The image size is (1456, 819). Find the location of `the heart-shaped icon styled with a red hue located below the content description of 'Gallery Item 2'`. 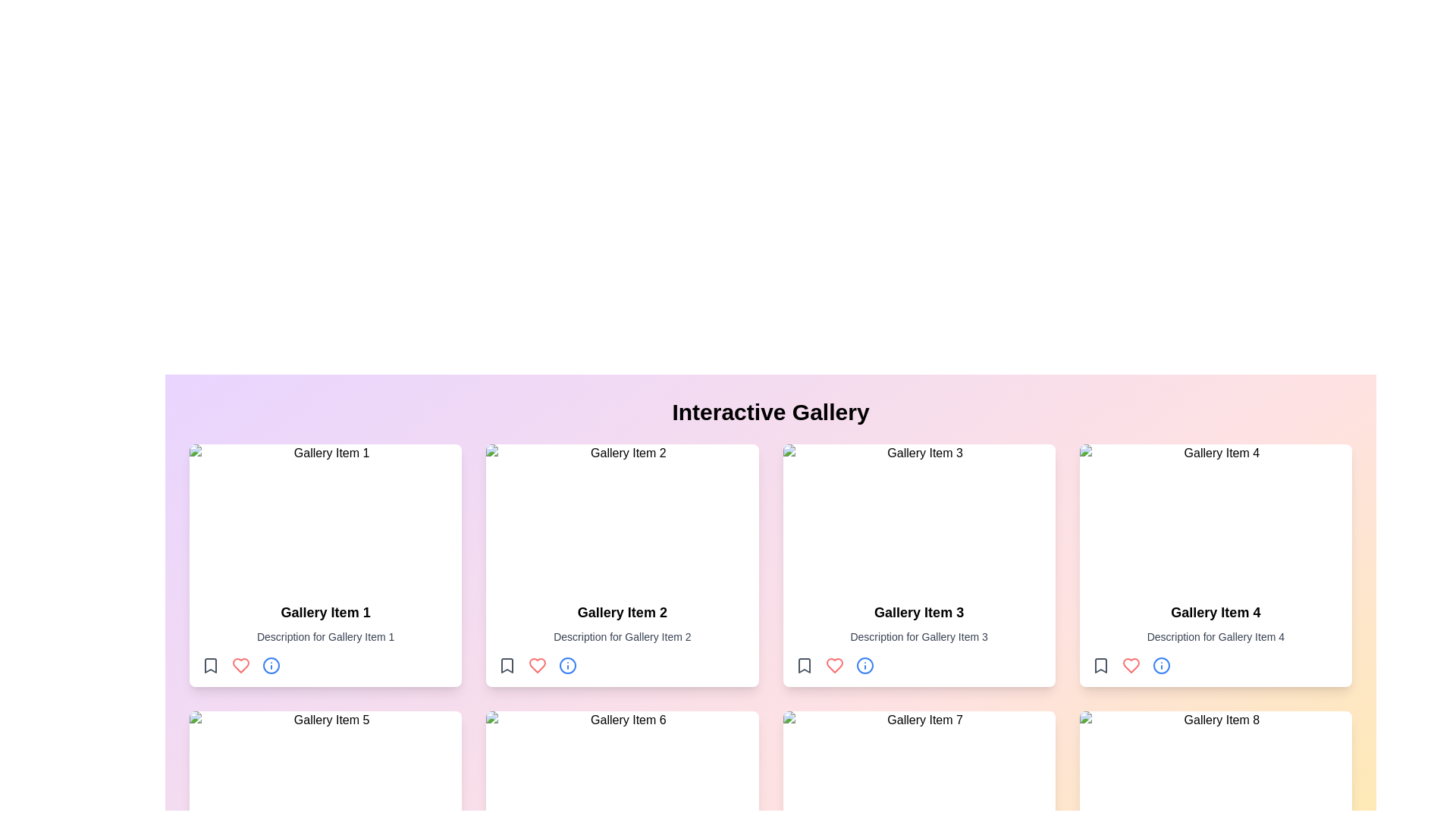

the heart-shaped icon styled with a red hue located below the content description of 'Gallery Item 2' is located at coordinates (538, 665).